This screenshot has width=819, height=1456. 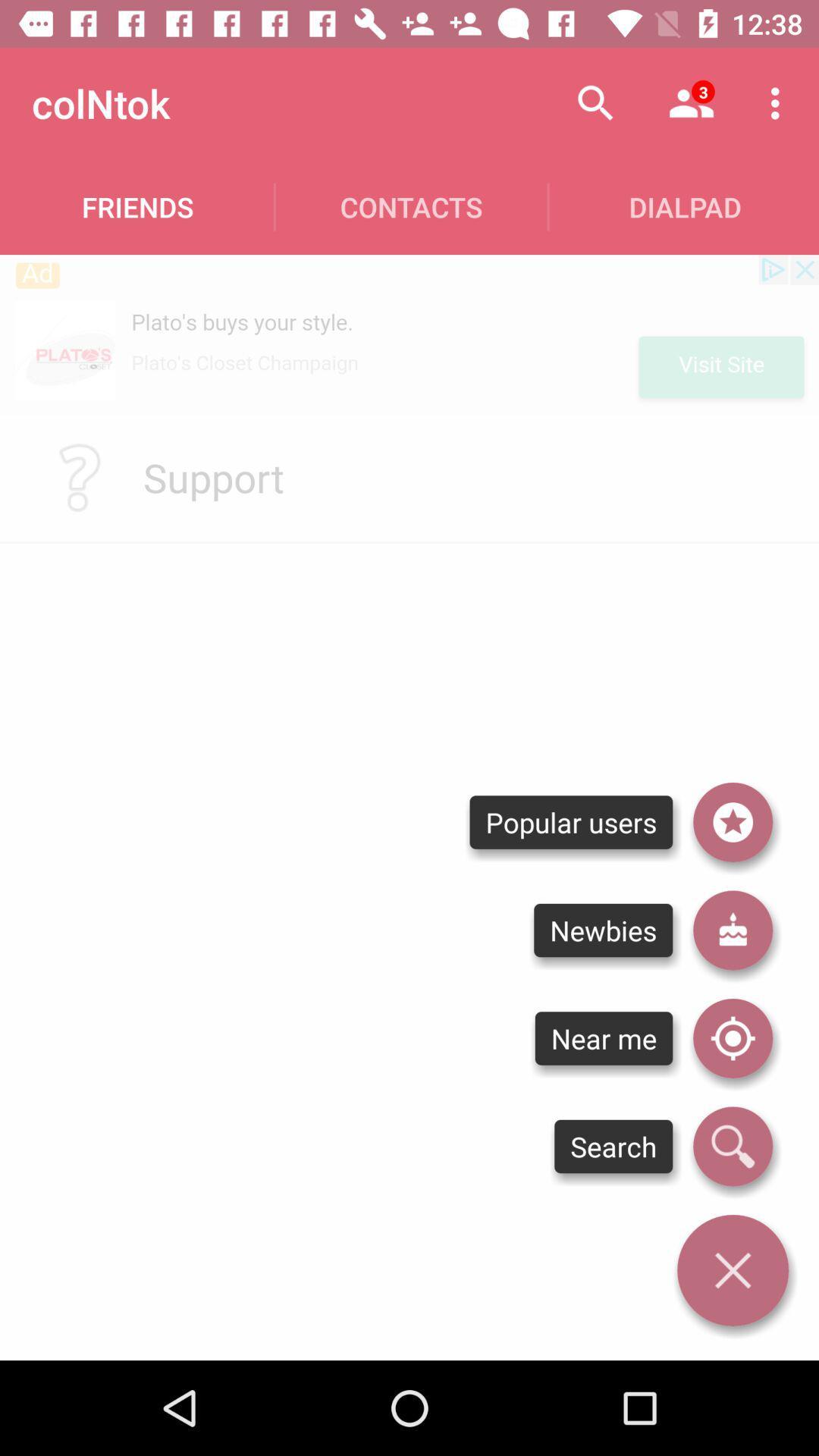 What do you see at coordinates (409, 334) in the screenshot?
I see `an inviting to visit a site` at bounding box center [409, 334].